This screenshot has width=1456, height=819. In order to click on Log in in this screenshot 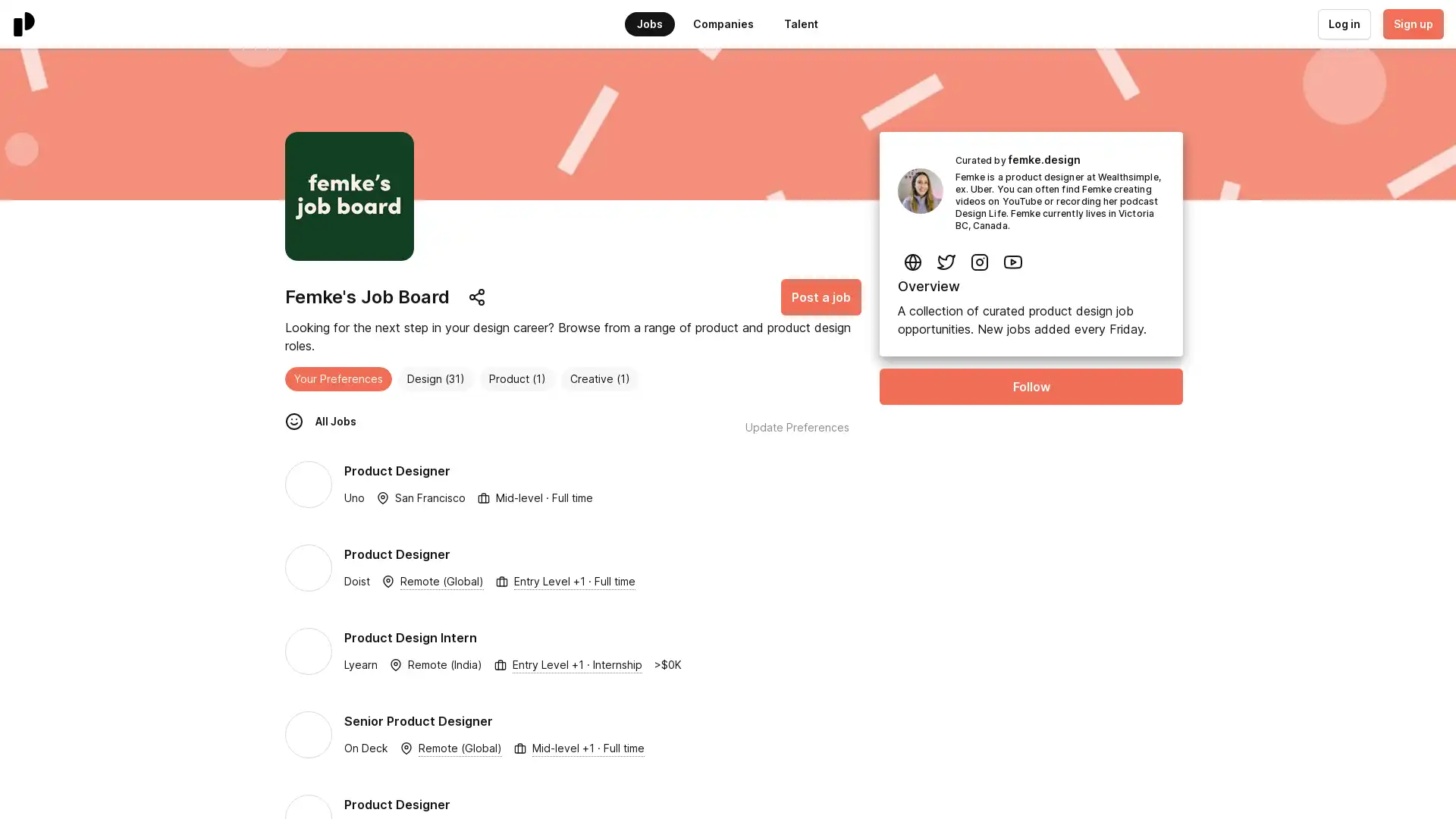, I will do `click(1343, 24)`.